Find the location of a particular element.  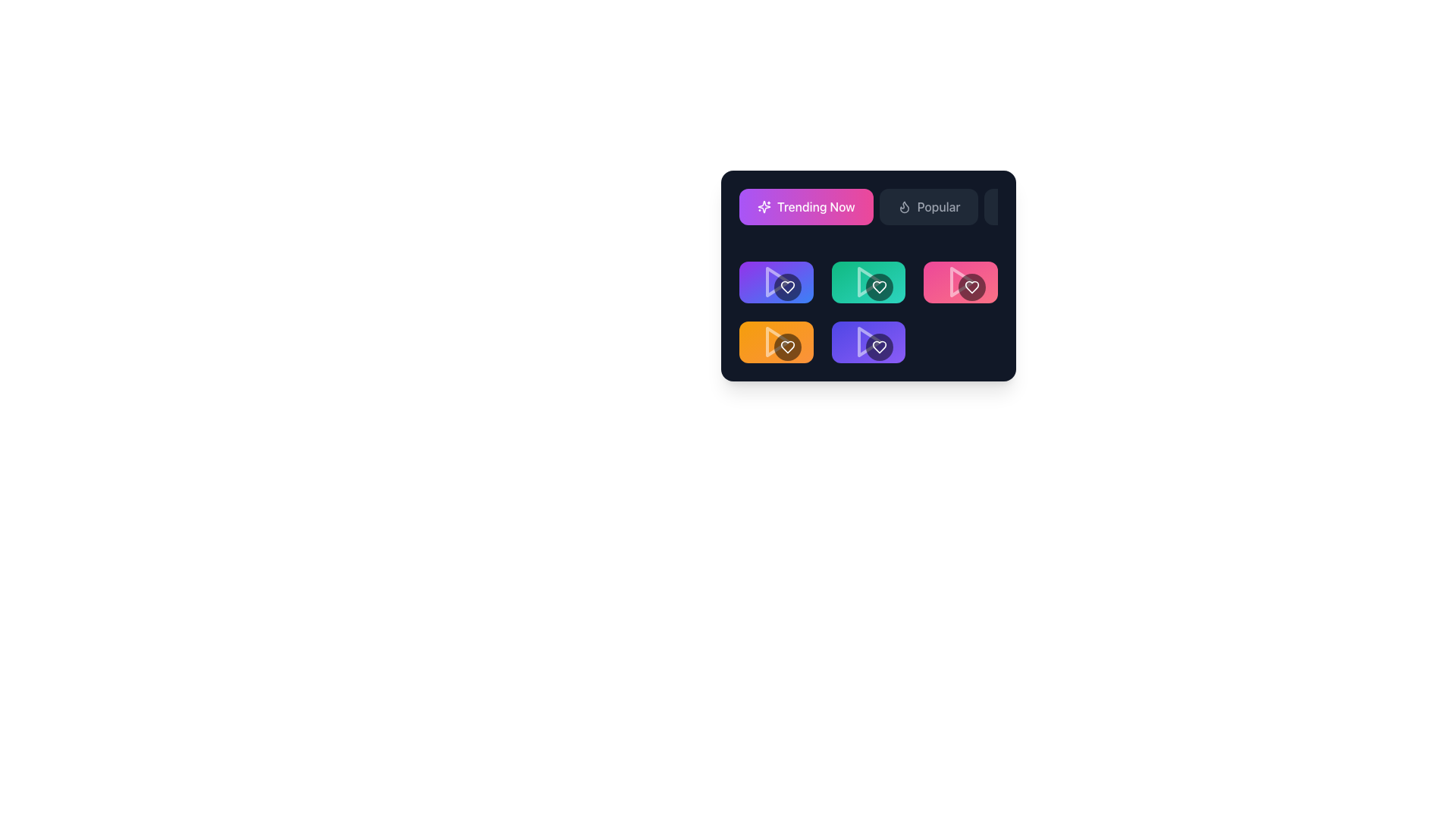

the clickable card with iconography located in the second row, third column of the grid to interact with it is located at coordinates (868, 309).